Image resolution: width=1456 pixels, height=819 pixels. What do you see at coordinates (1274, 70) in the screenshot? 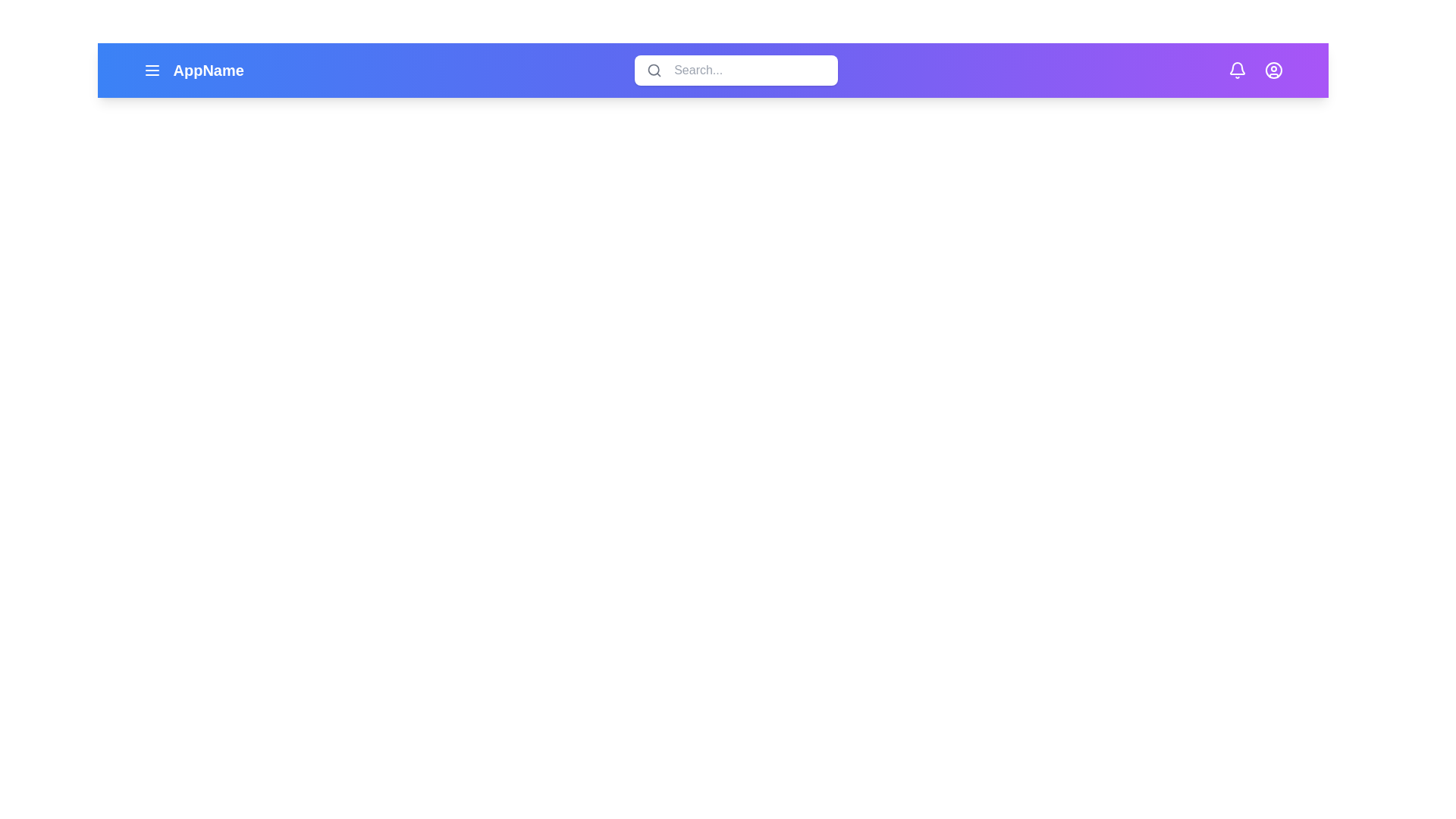
I see `the user icon to access user profile options` at bounding box center [1274, 70].